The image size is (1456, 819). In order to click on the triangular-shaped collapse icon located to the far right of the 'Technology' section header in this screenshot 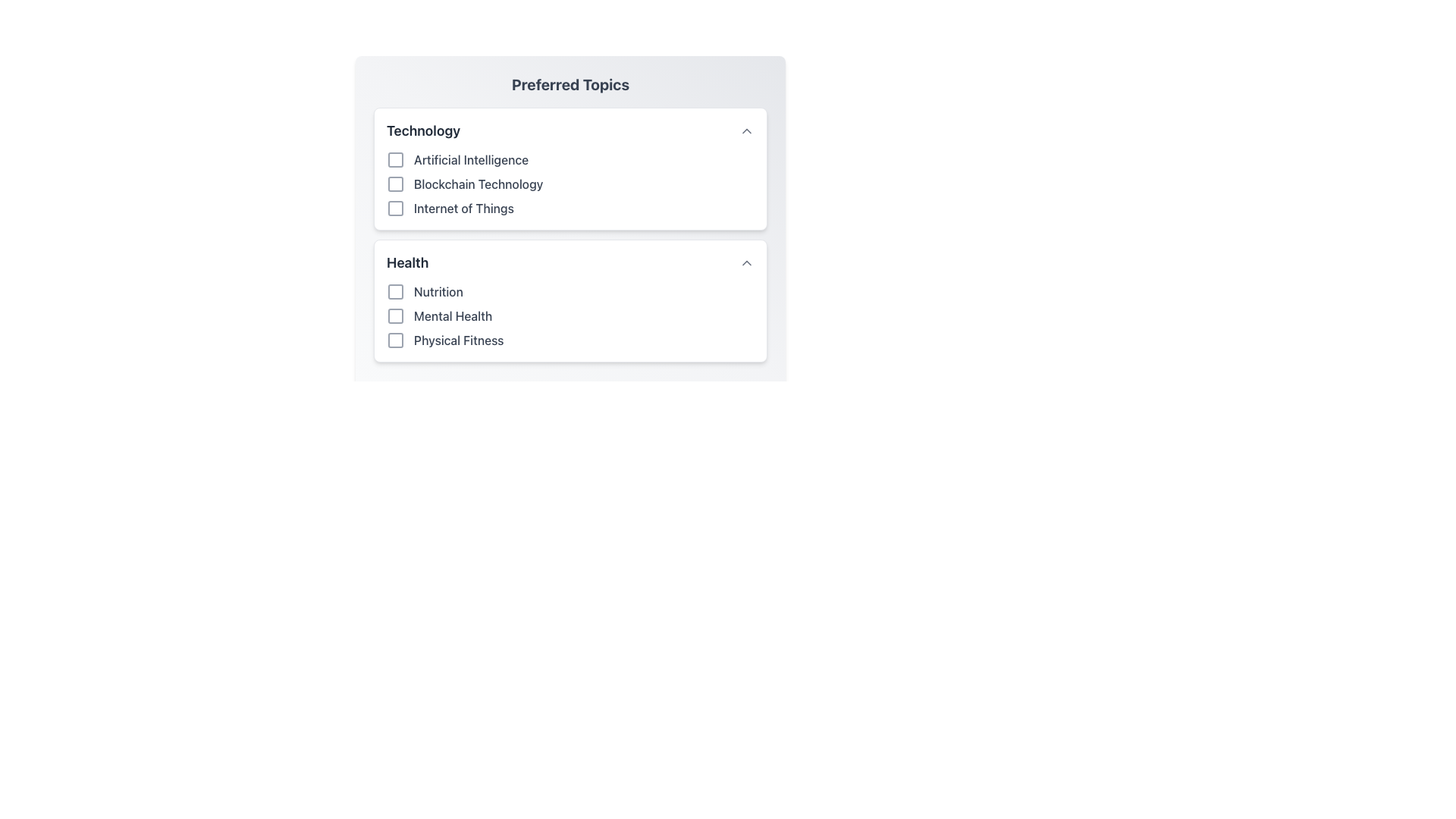, I will do `click(746, 130)`.